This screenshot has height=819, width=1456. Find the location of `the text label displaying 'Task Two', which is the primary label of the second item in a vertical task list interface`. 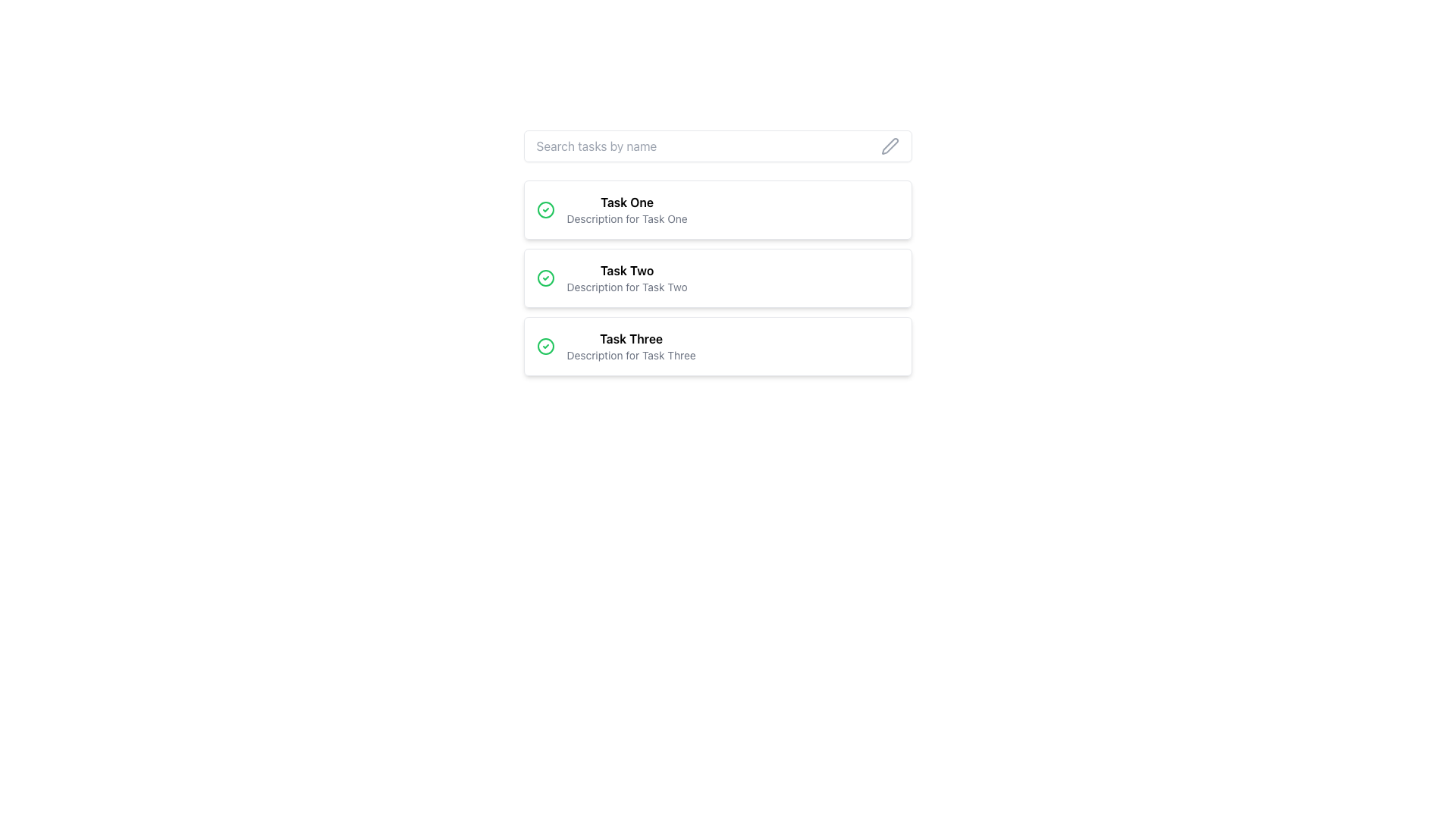

the text label displaying 'Task Two', which is the primary label of the second item in a vertical task list interface is located at coordinates (627, 270).